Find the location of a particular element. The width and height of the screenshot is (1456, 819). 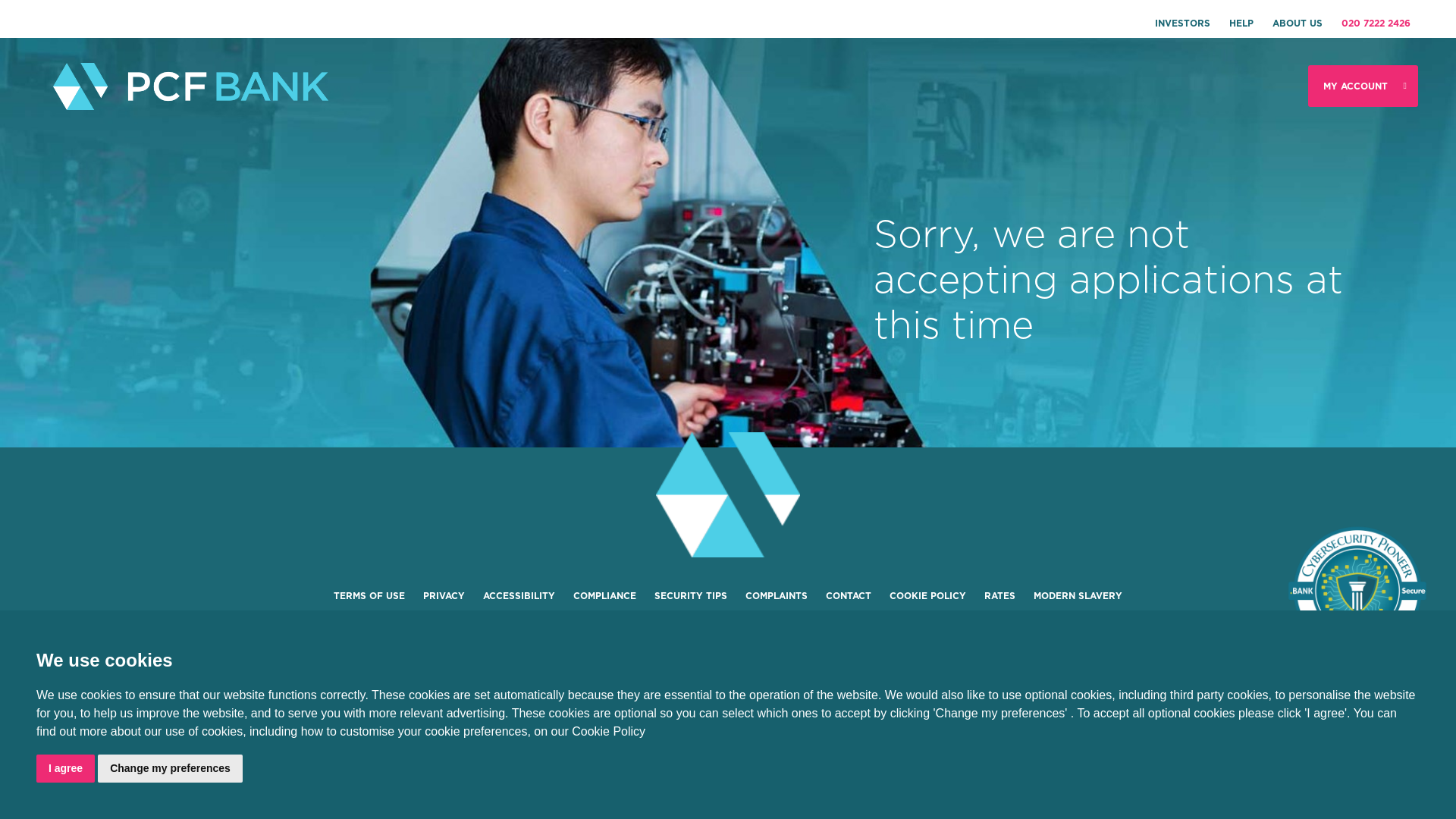

'I agree' is located at coordinates (64, 768).